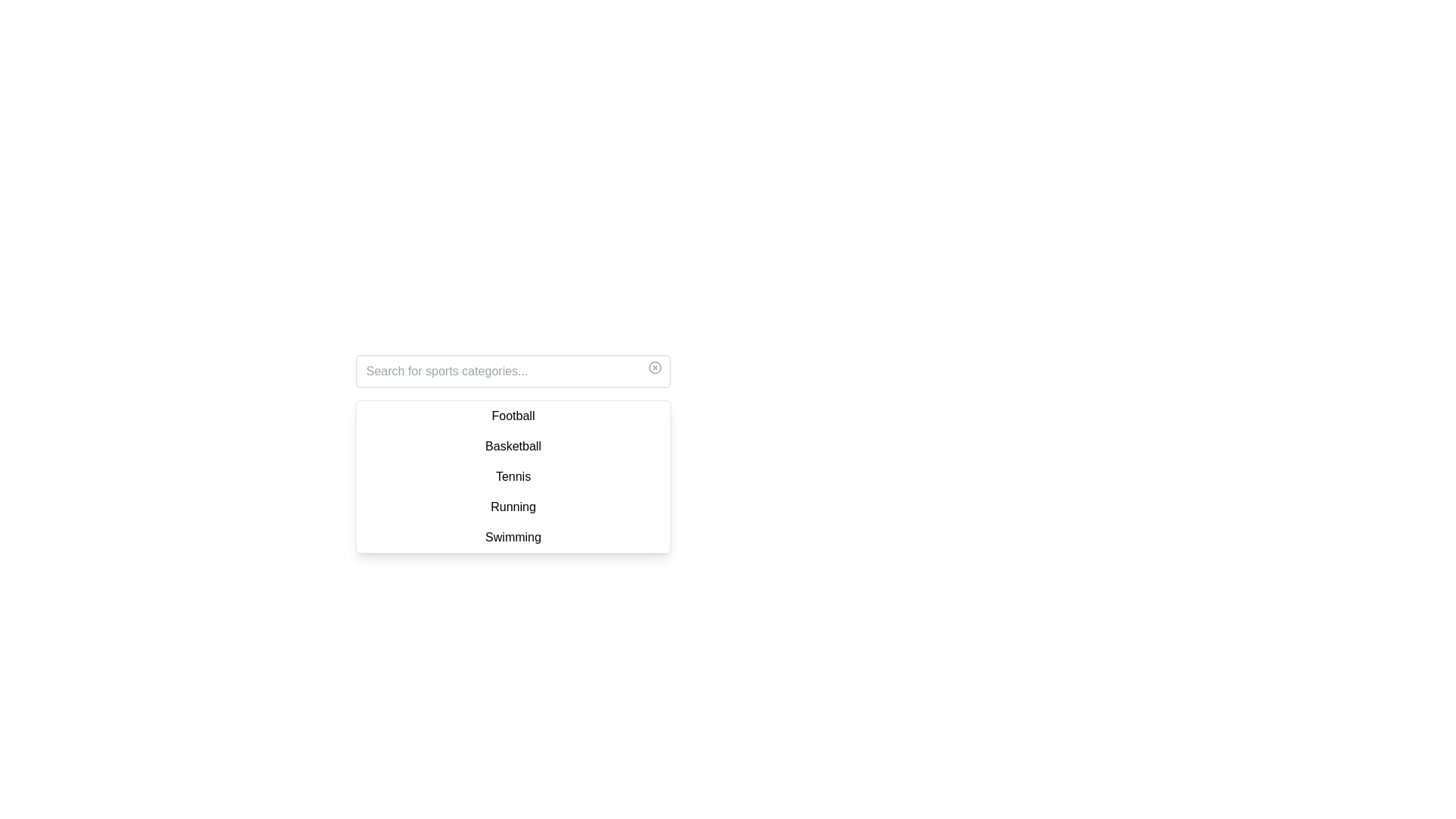  I want to click on the 'Running' button-like list item in the dropdown, so click(513, 507).